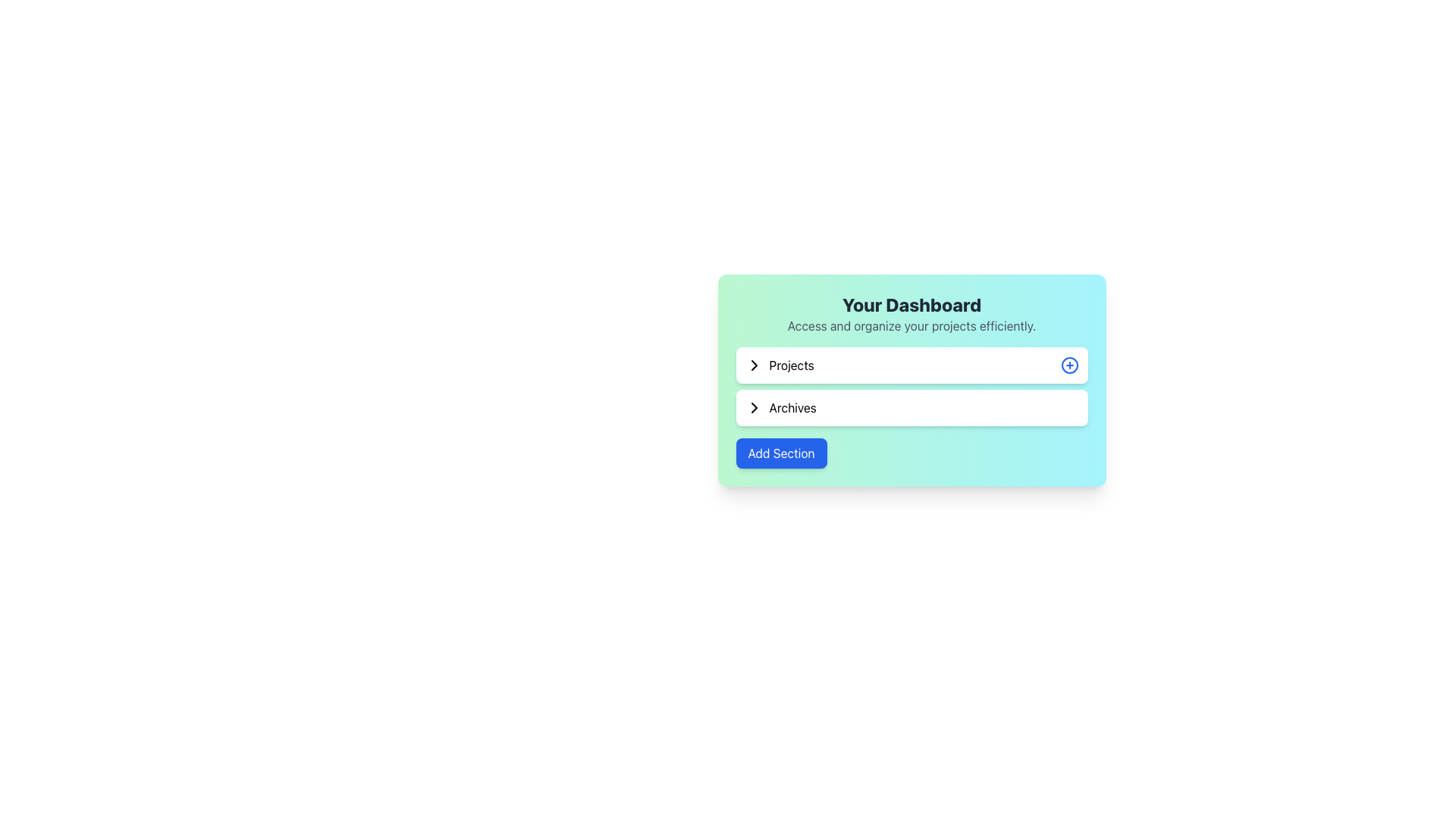  Describe the element at coordinates (1068, 366) in the screenshot. I see `the circular icon with a blue outline and a cross inside it, located in the top-right corner of the 'Projects' section` at that location.